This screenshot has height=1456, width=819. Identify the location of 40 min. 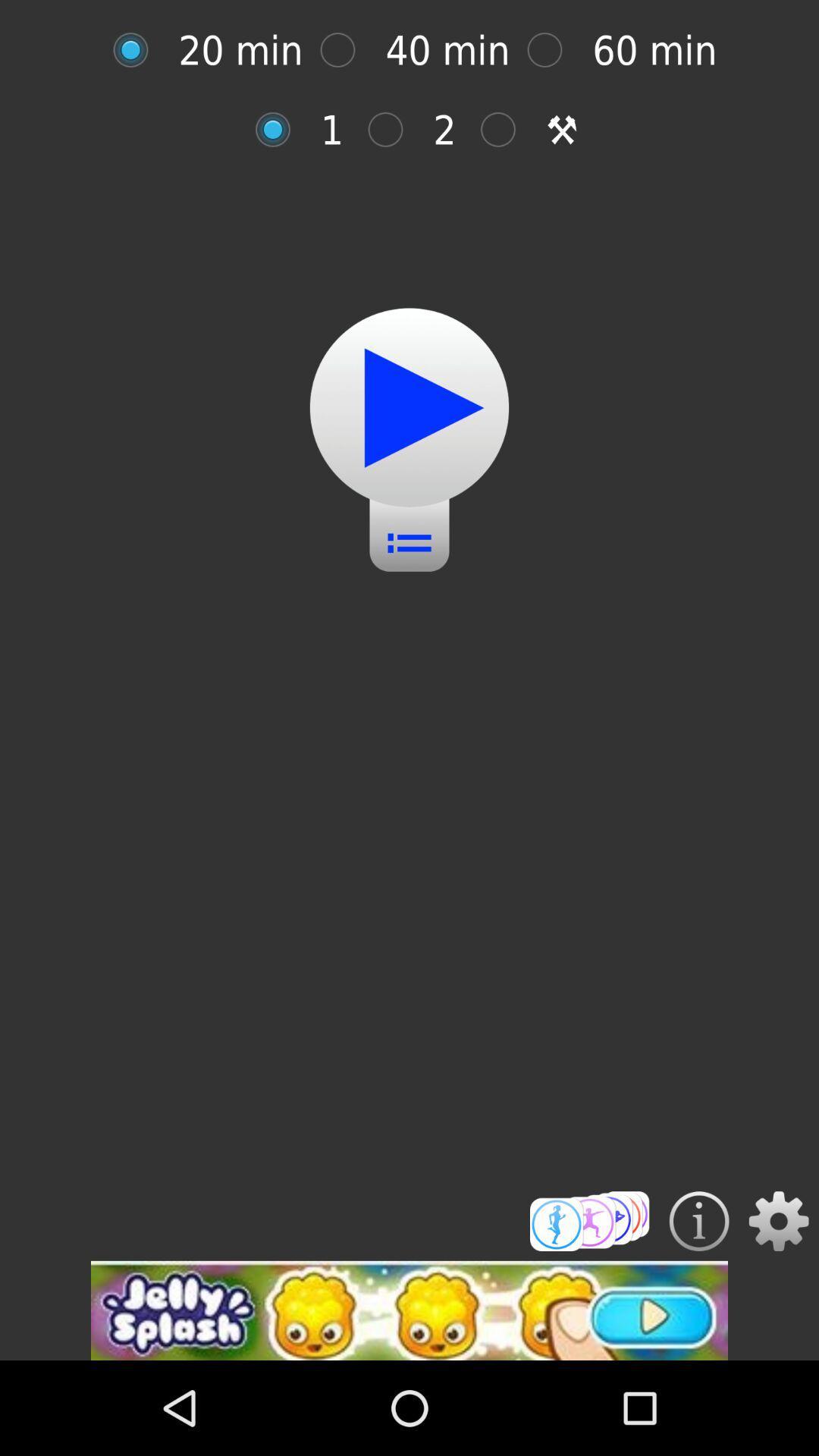
(345, 50).